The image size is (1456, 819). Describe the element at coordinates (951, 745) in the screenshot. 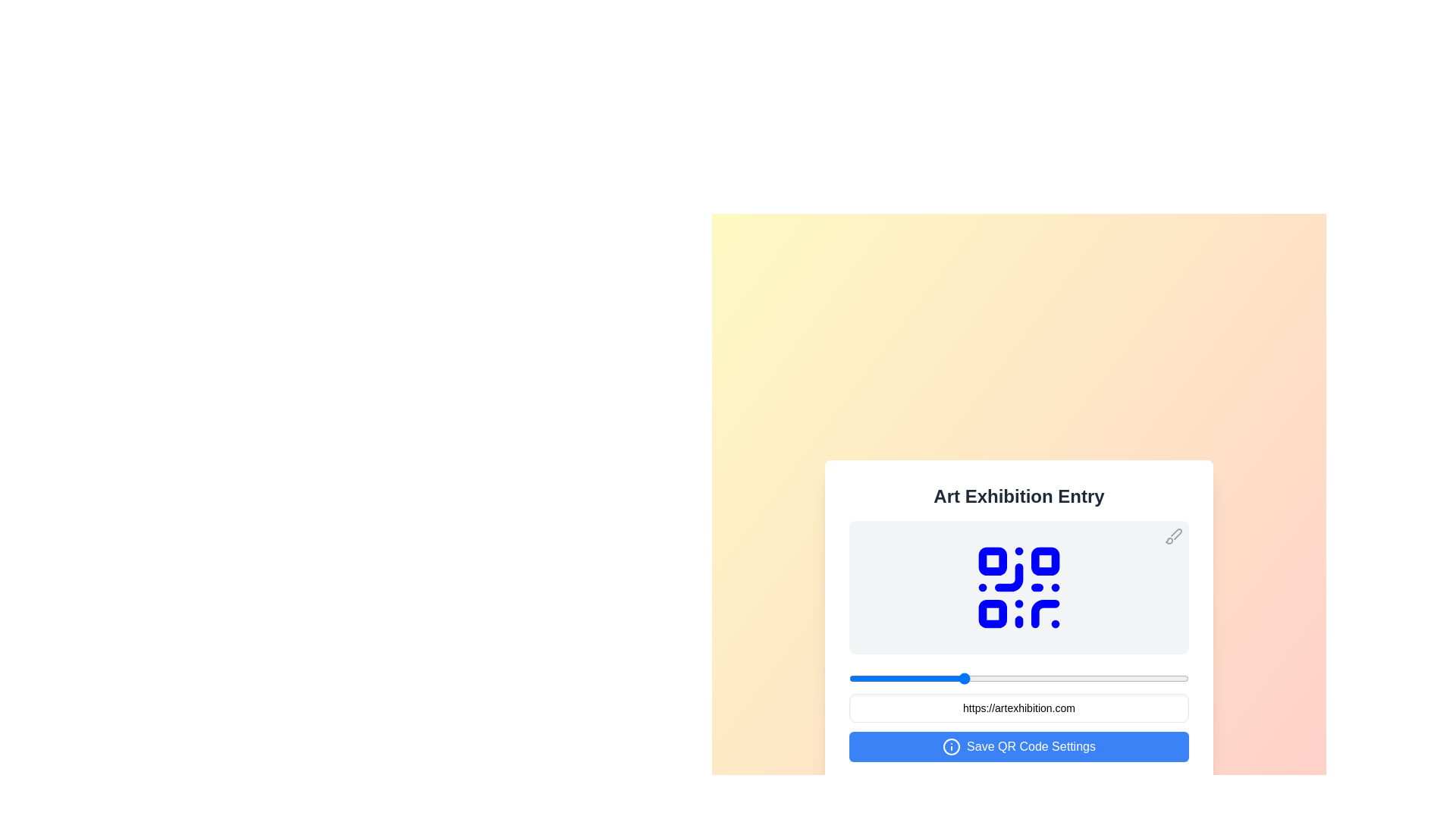

I see `the 'Save QR Code Settings' button that contains the blue information icon on its left side` at that location.